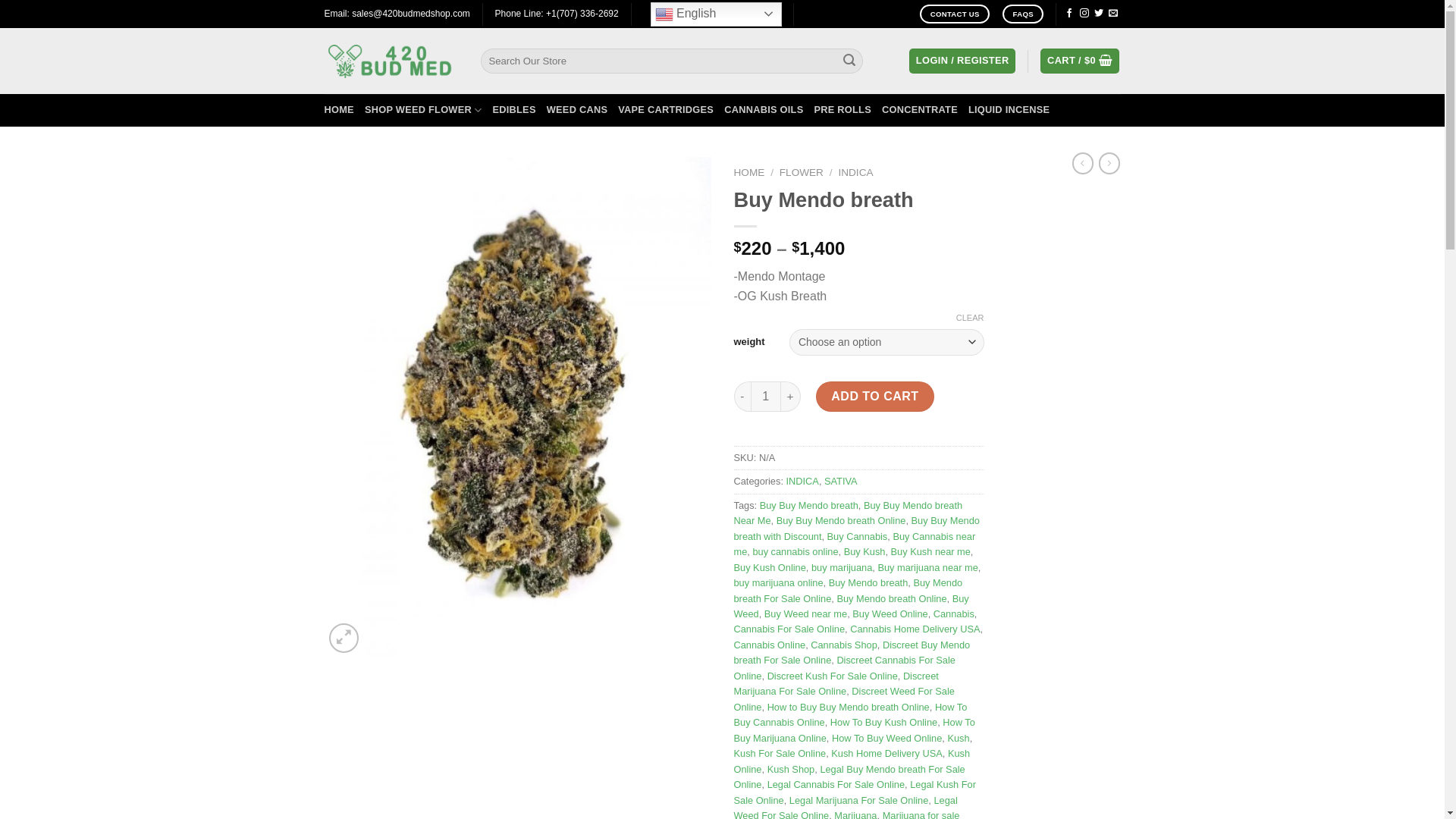 The image size is (1456, 819). Describe the element at coordinates (1022, 14) in the screenshot. I see `'FAQS'` at that location.